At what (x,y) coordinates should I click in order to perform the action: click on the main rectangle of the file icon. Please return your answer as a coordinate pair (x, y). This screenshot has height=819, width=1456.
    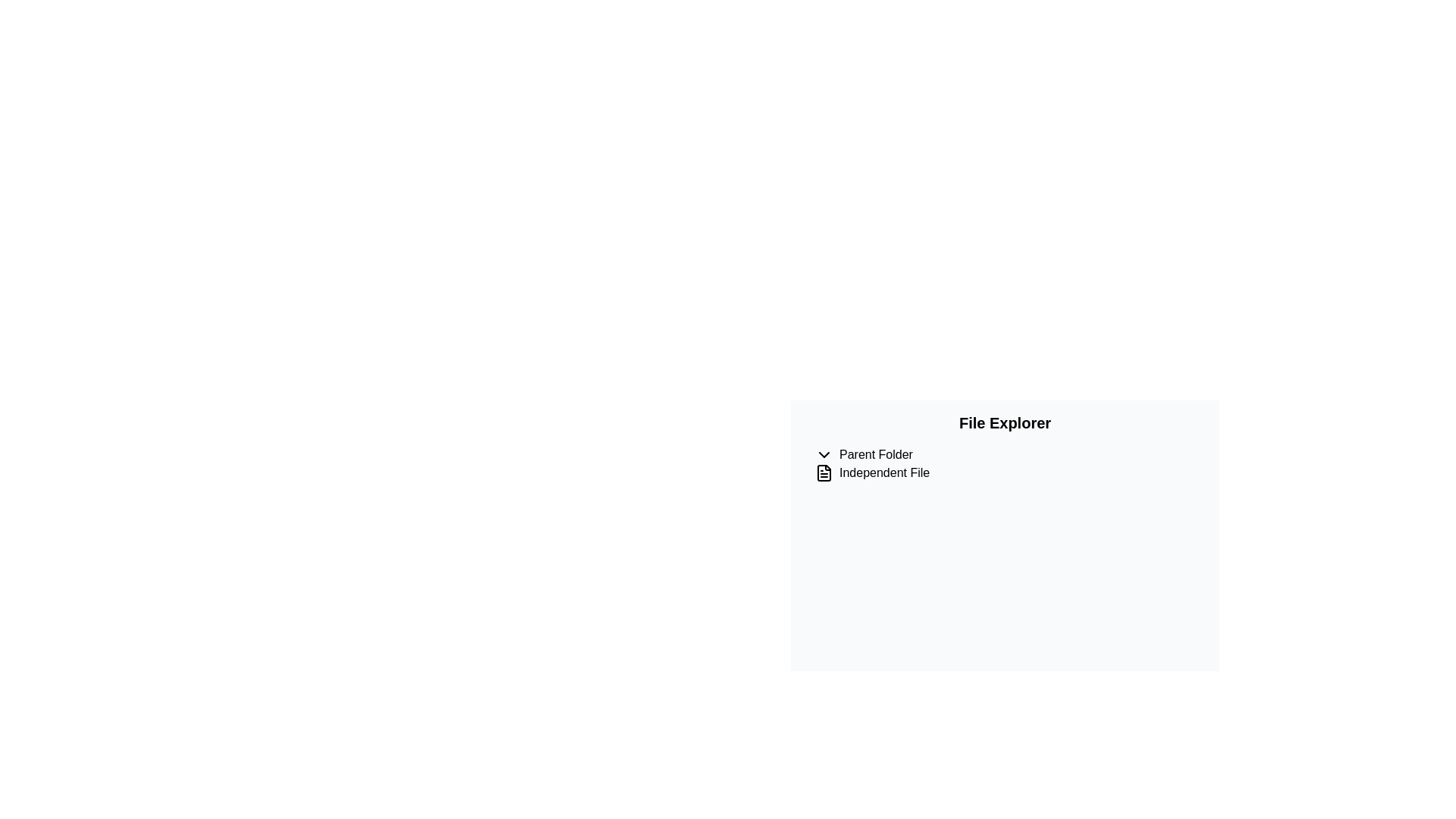
    Looking at the image, I should click on (823, 472).